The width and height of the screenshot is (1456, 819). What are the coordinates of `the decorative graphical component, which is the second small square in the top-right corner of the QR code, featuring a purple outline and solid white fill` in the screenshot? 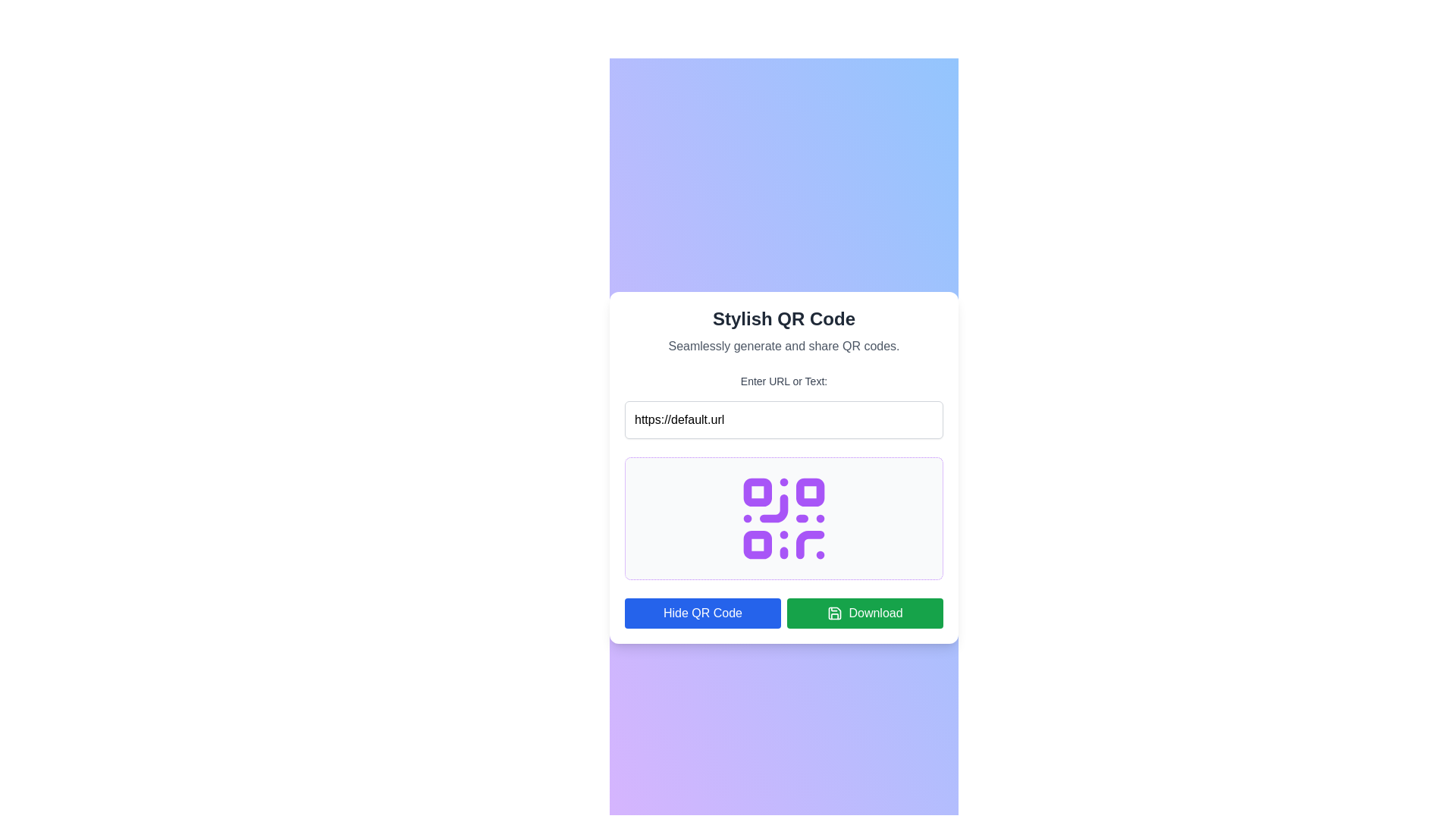 It's located at (809, 492).